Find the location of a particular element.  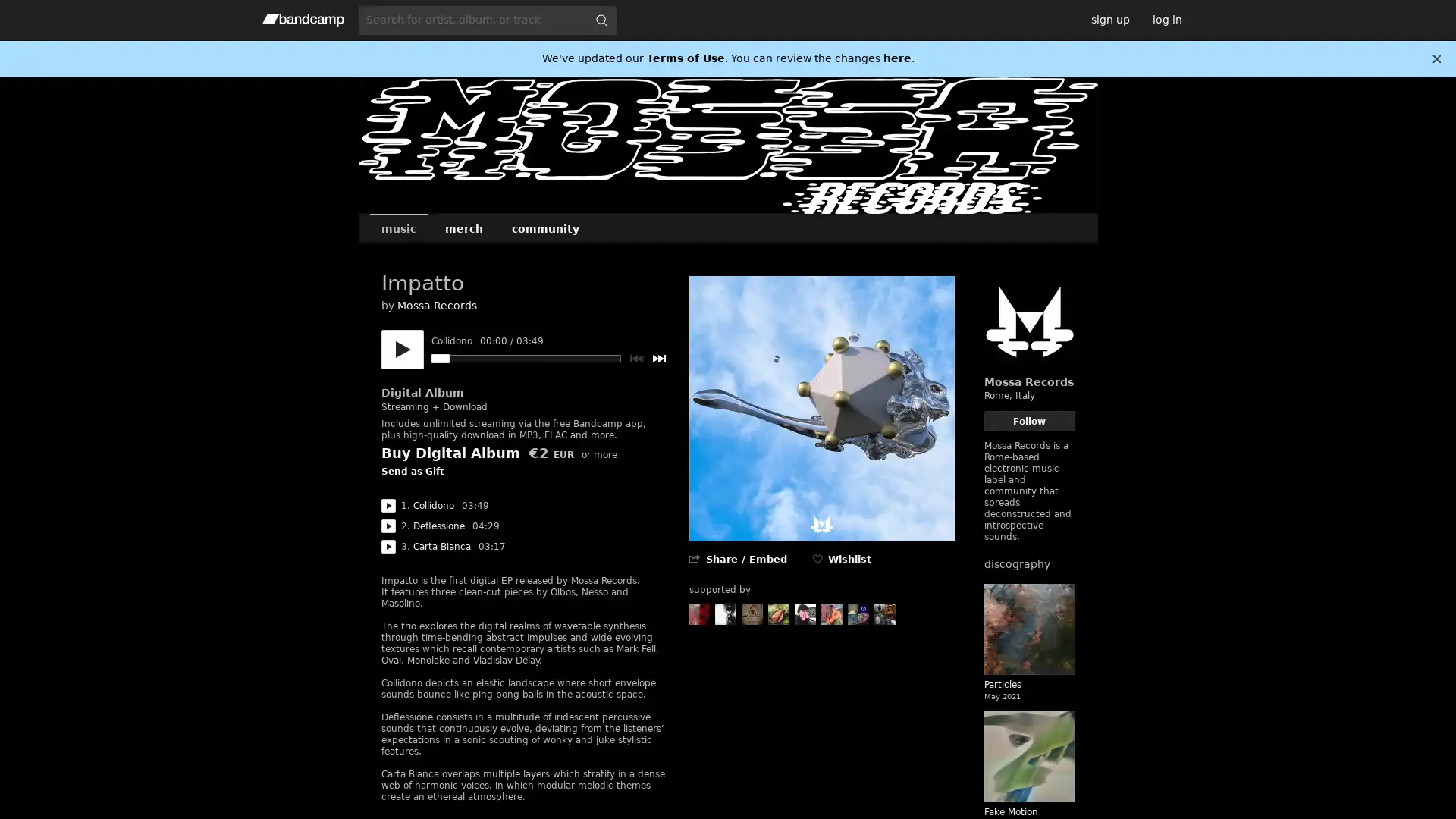

Play Deflessione is located at coordinates (388, 526).